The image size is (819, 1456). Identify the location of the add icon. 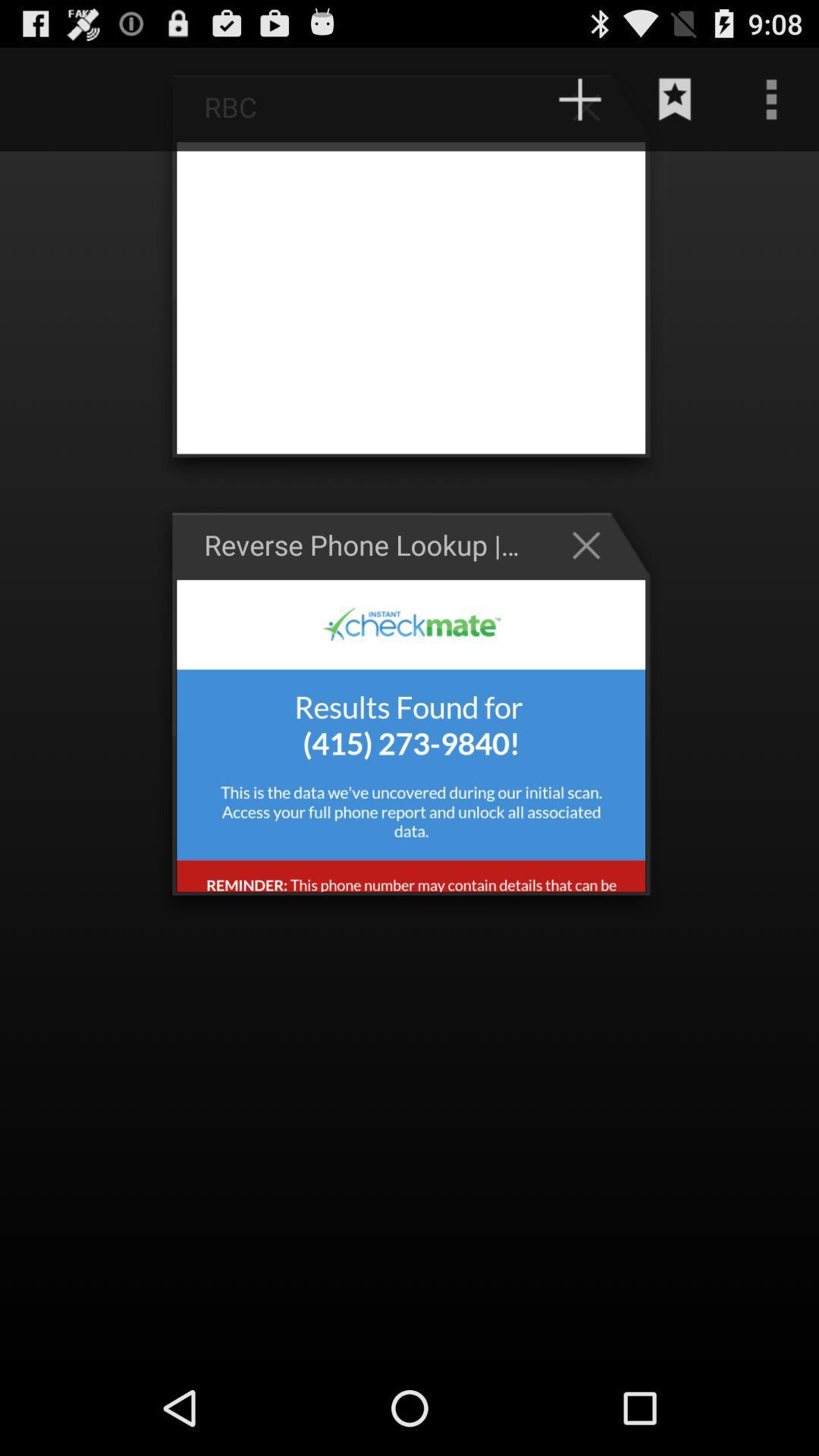
(579, 105).